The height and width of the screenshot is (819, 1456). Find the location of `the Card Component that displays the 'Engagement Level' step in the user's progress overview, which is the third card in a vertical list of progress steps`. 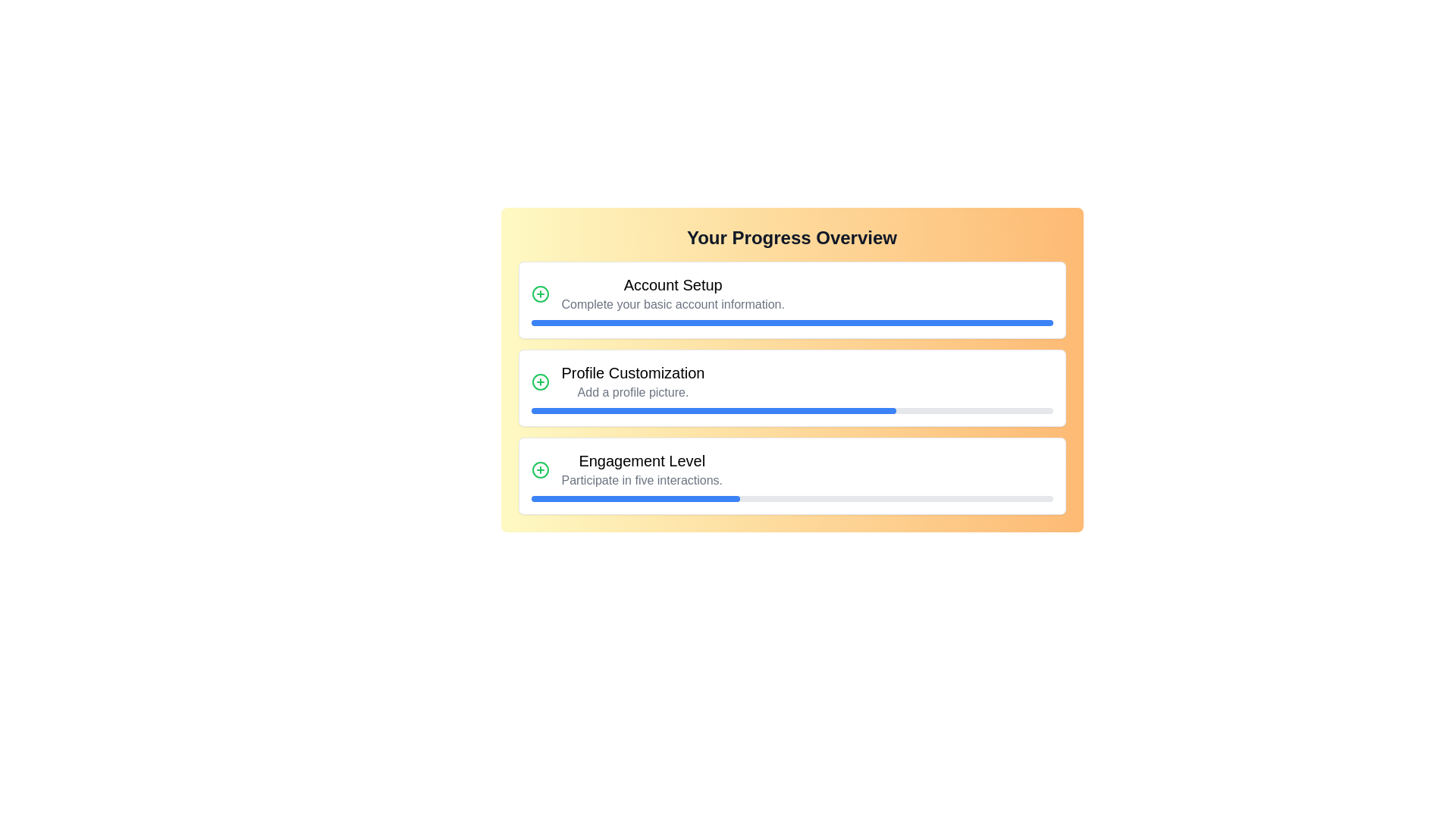

the Card Component that displays the 'Engagement Level' step in the user's progress overview, which is the third card in a vertical list of progress steps is located at coordinates (791, 475).